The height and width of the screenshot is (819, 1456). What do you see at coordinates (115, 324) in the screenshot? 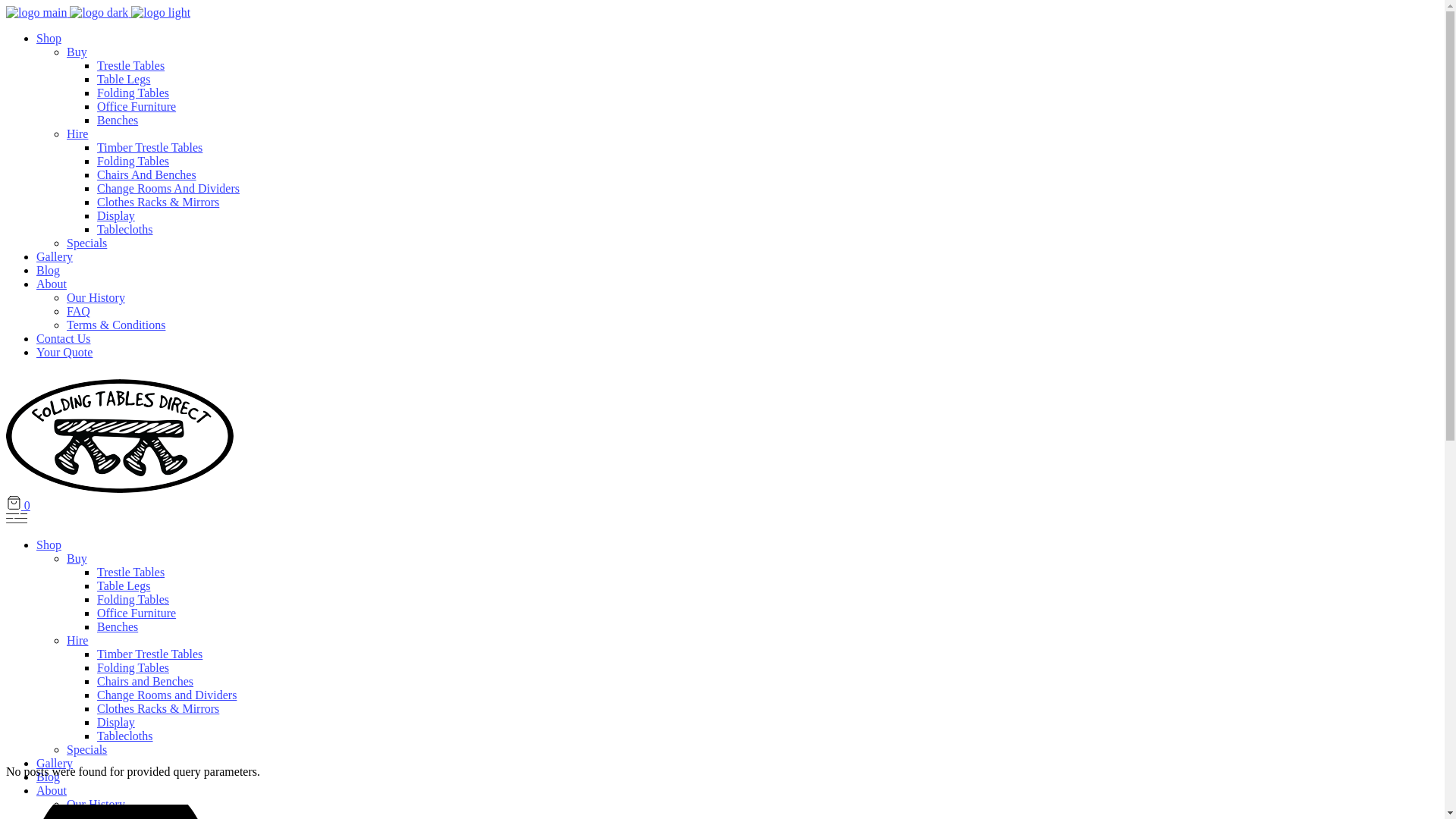
I see `'Terms & Conditions'` at bounding box center [115, 324].